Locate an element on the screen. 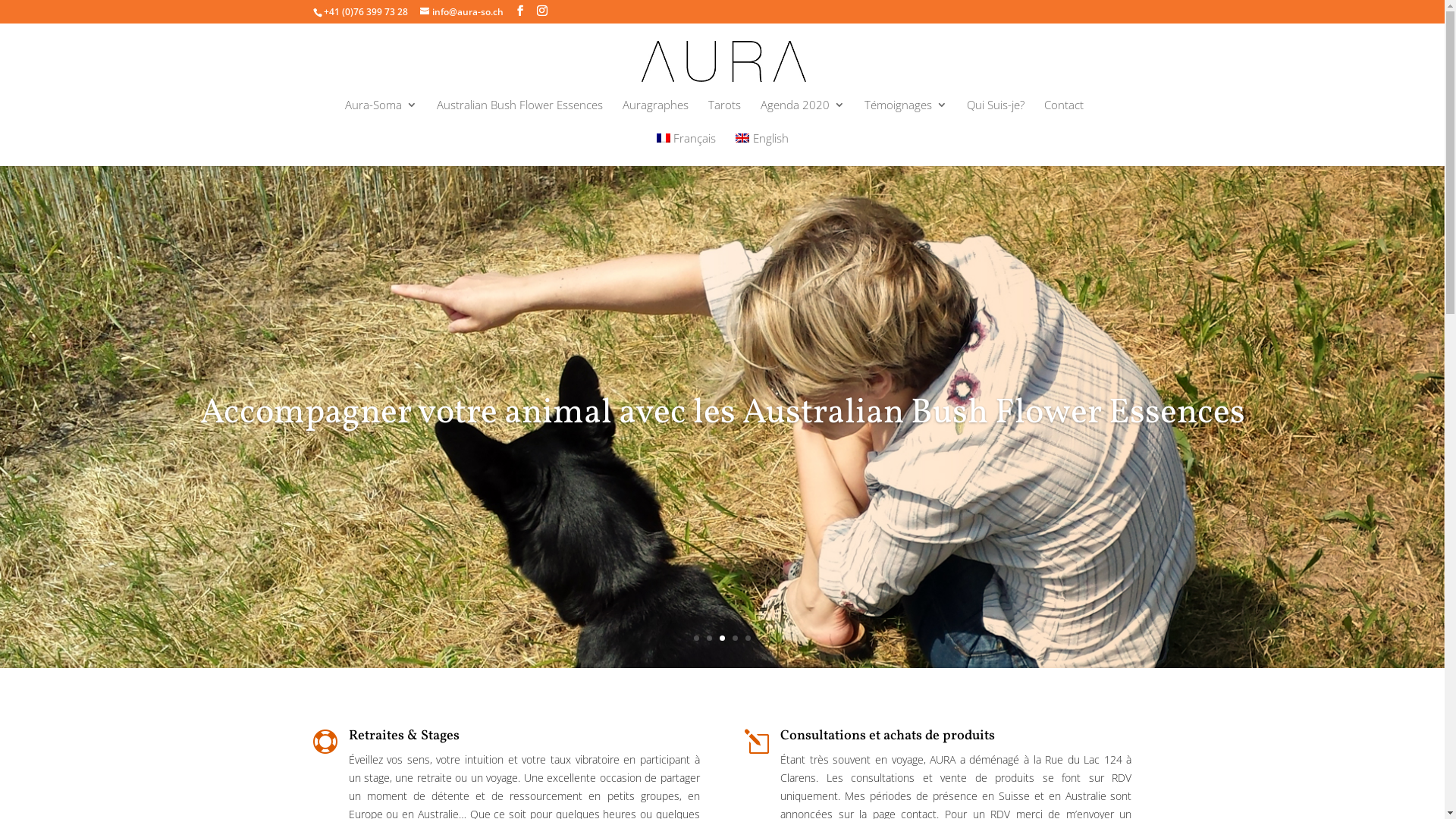 Image resolution: width=1456 pixels, height=819 pixels. 'Qui Suis-je?' is located at coordinates (994, 115).